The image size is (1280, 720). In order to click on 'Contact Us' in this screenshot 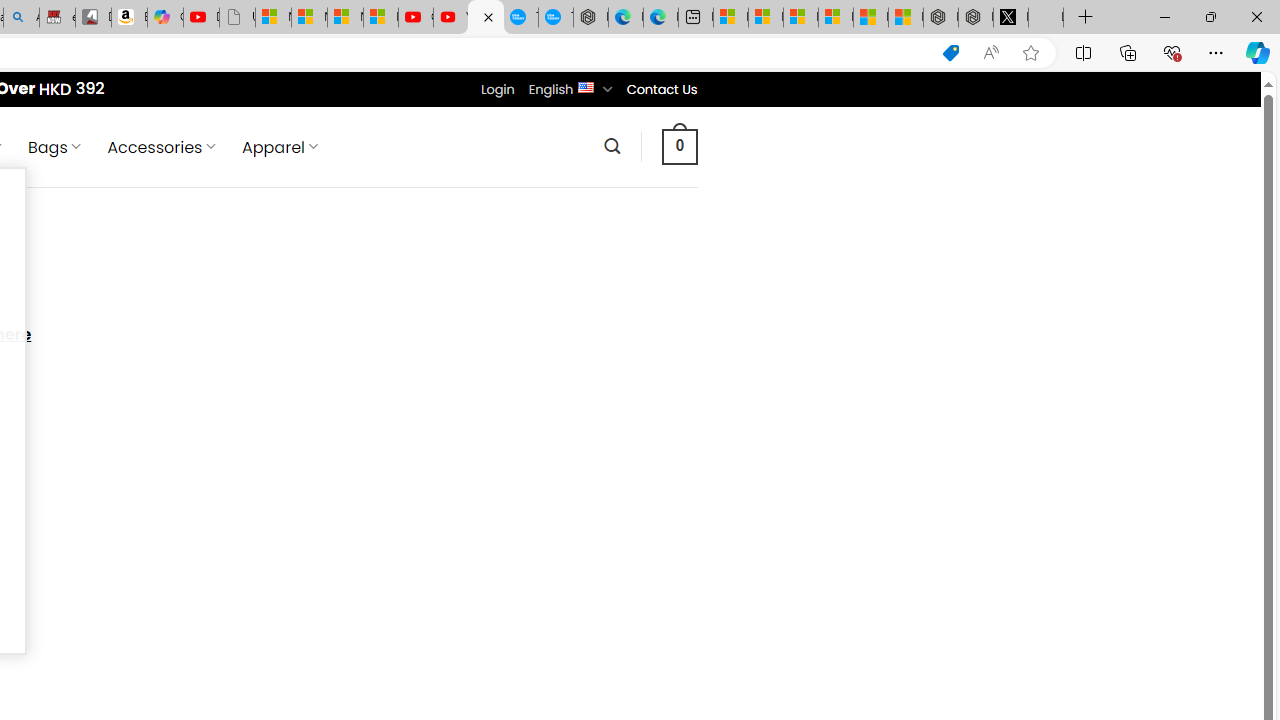, I will do `click(661, 88)`.